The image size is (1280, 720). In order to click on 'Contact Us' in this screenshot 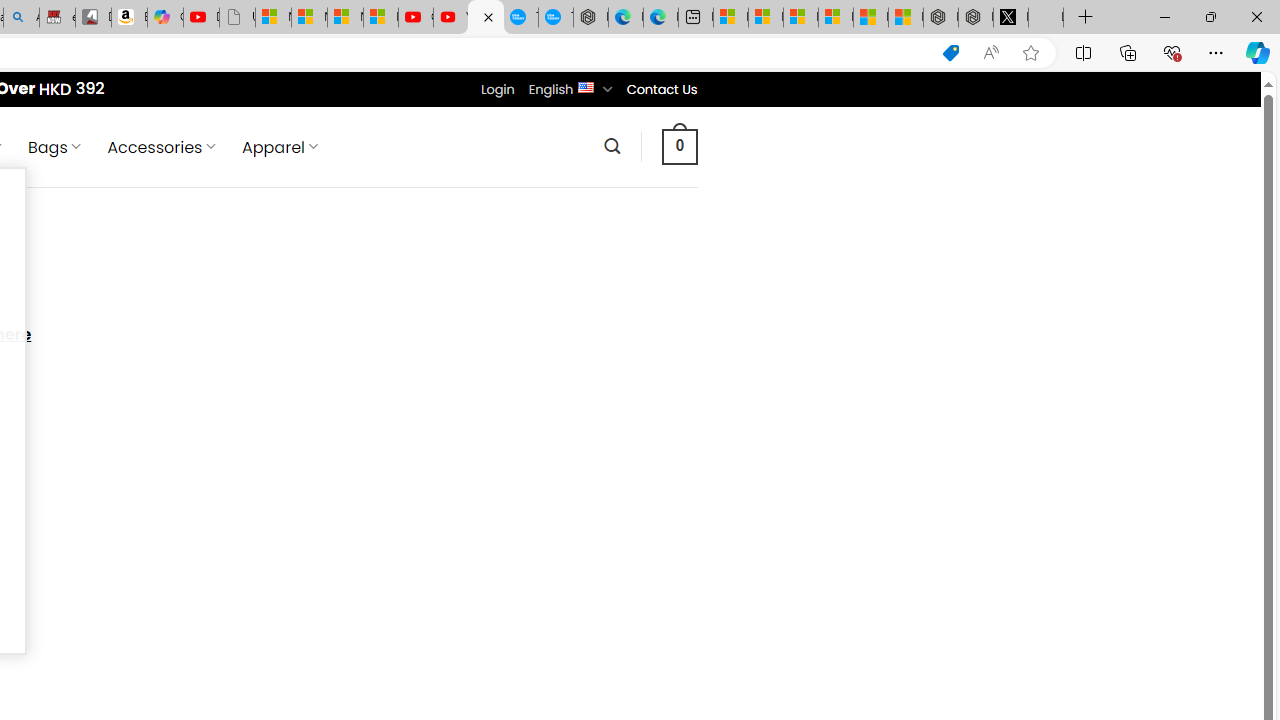, I will do `click(661, 88)`.